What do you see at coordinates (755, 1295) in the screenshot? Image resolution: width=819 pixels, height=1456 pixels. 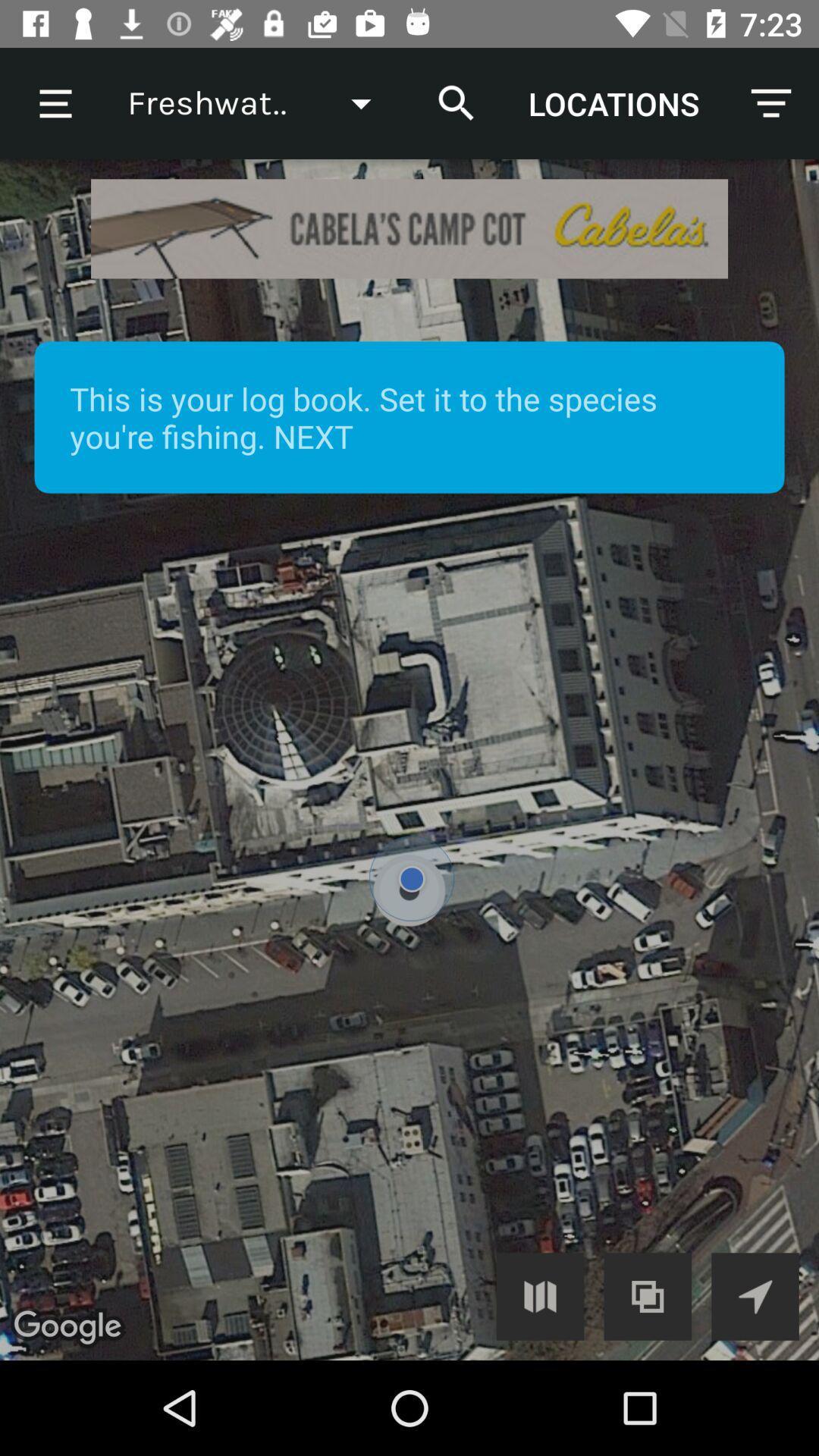 I see `navigation` at bounding box center [755, 1295].